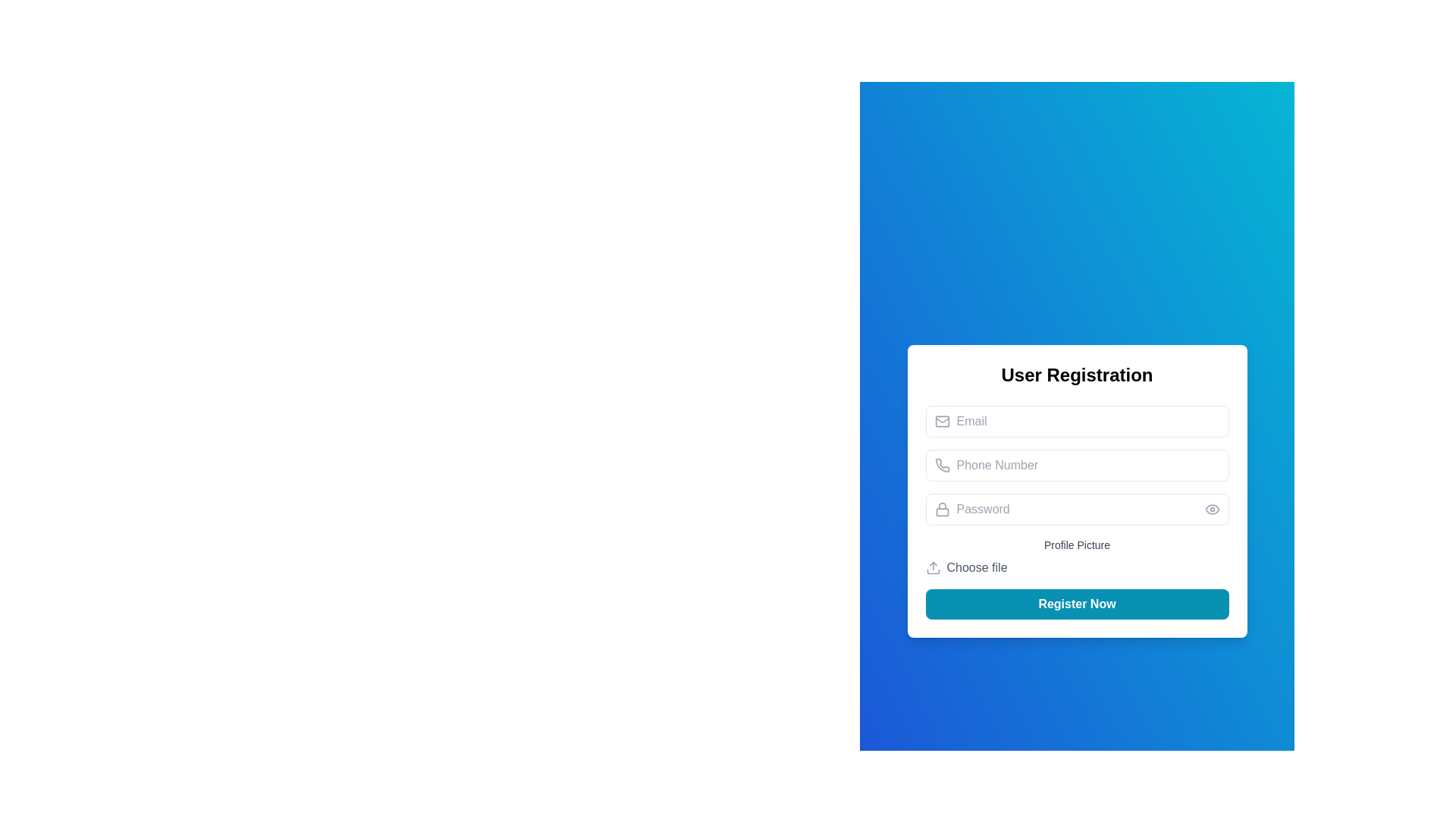  I want to click on the eye icon element used to toggle the visibility of the password in the user registration form by moving the cursor to its center, so click(1211, 509).